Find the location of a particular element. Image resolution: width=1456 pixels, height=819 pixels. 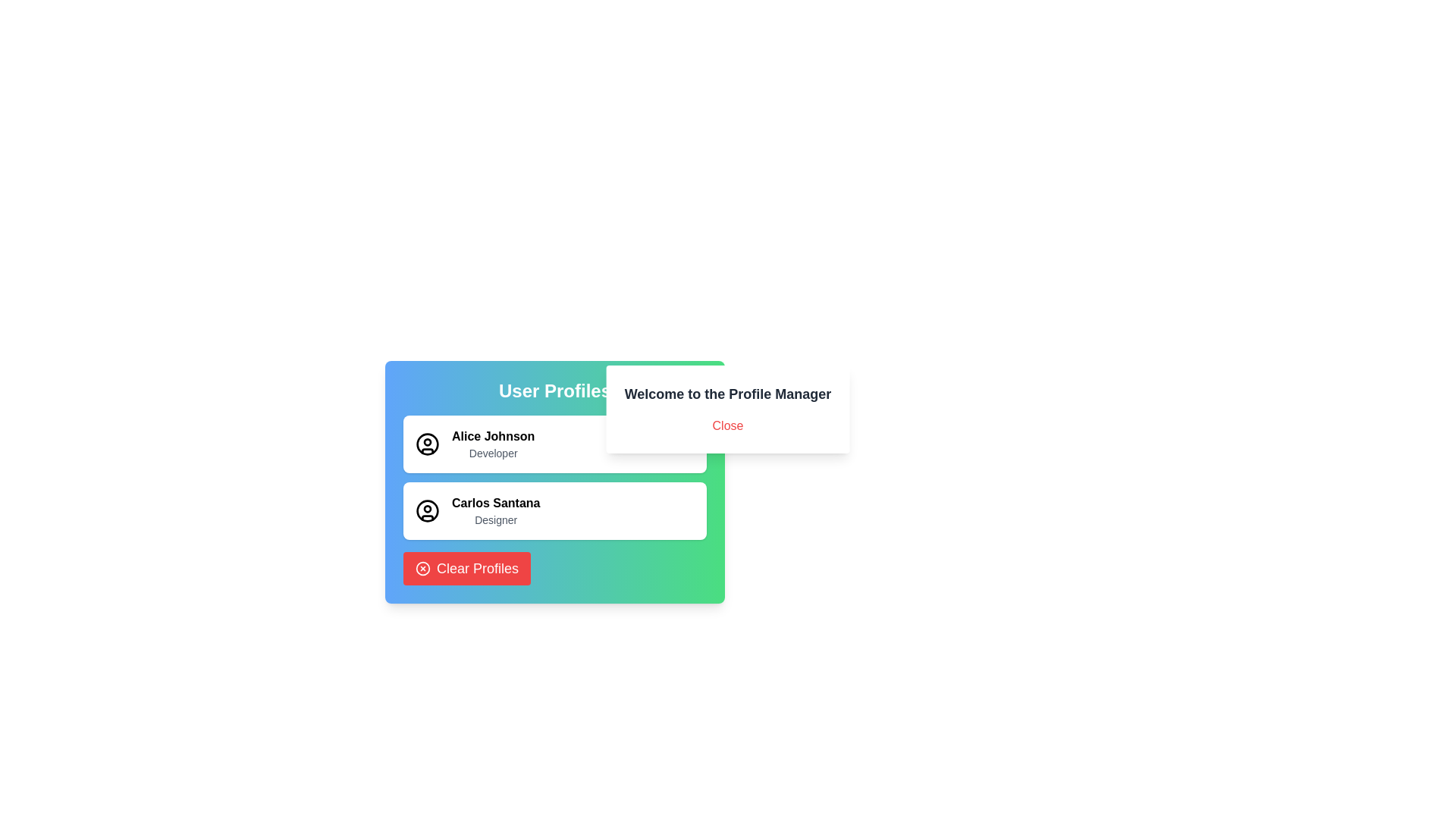

the header text label of the modal, which provides context about the modal's purpose is located at coordinates (728, 394).